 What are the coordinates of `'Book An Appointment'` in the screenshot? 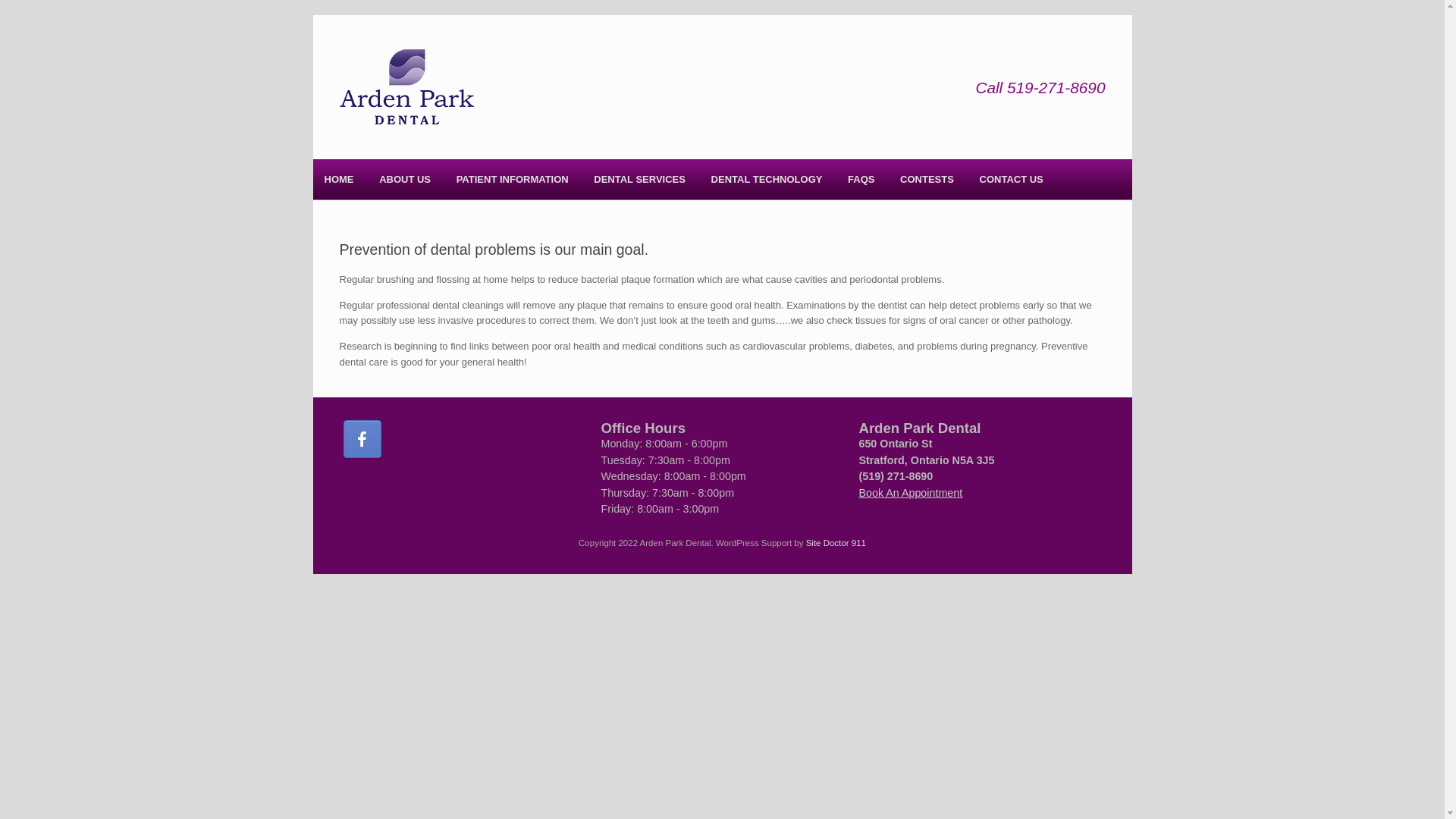 It's located at (910, 493).